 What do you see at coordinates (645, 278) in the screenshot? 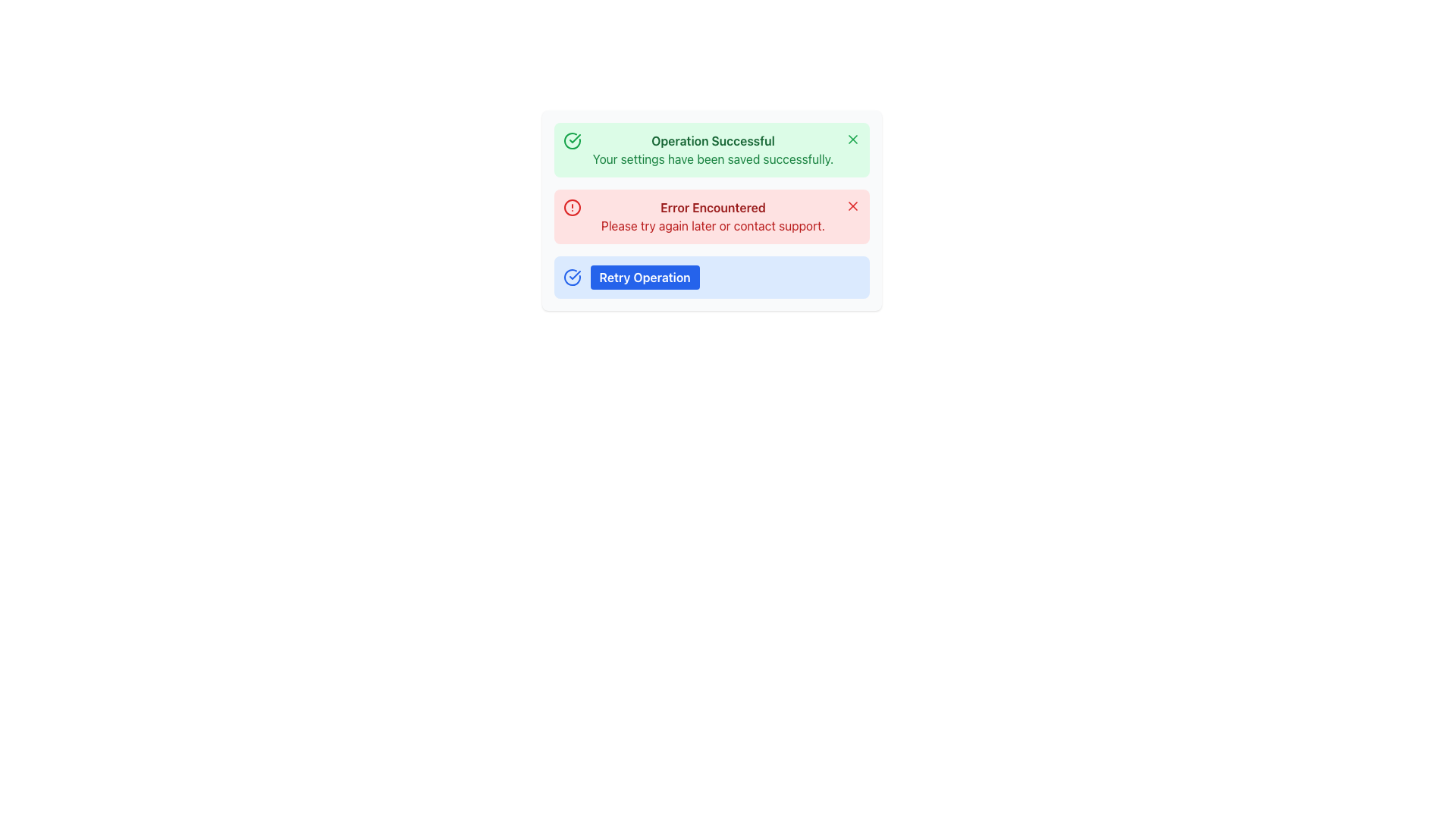
I see `the 'Retry Operation' button located in the lower section of the notification messages, adjacent to the blue circular icon with a checkmark` at bounding box center [645, 278].